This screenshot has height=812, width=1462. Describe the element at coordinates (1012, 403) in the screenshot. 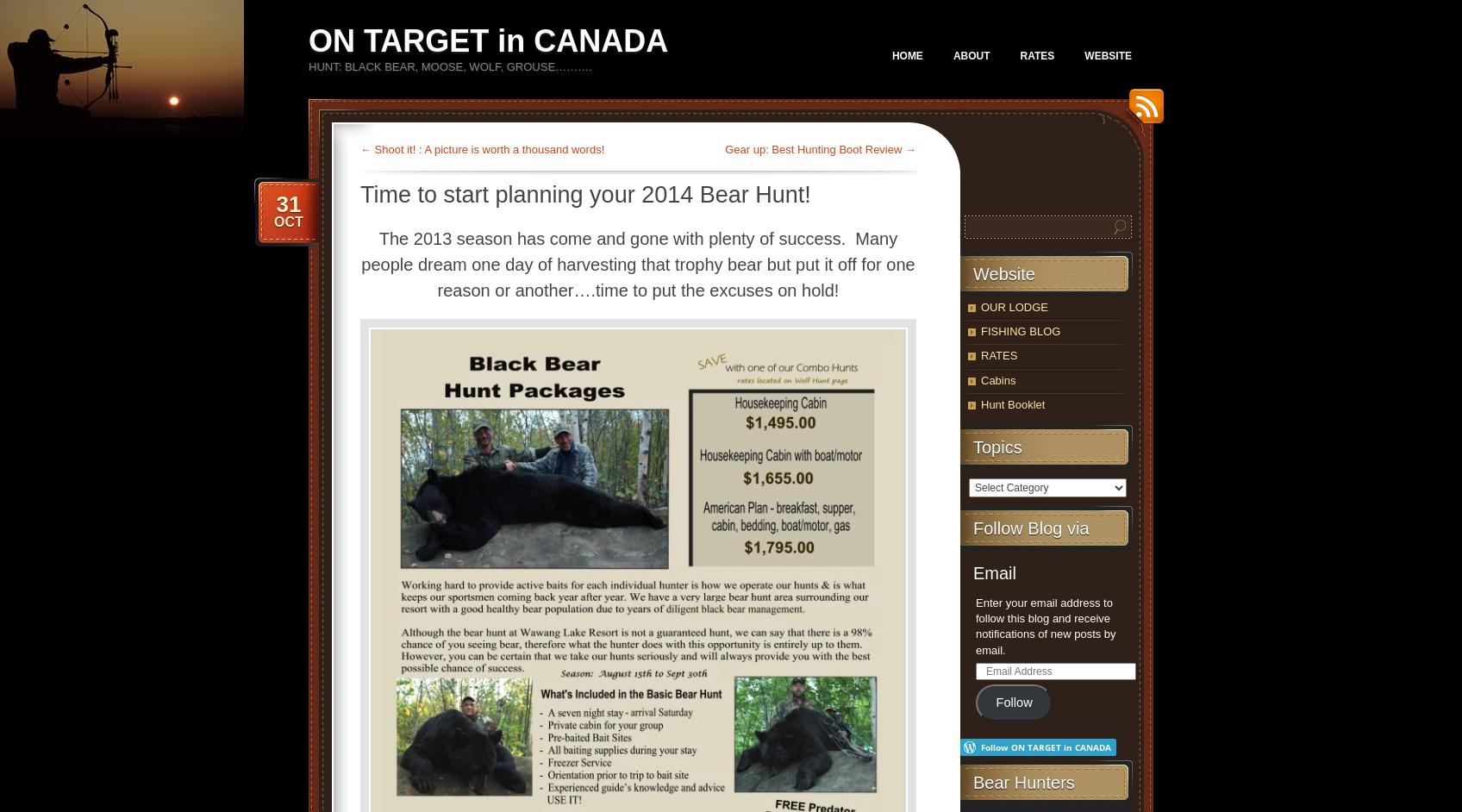

I see `'Hunt Booklet'` at that location.